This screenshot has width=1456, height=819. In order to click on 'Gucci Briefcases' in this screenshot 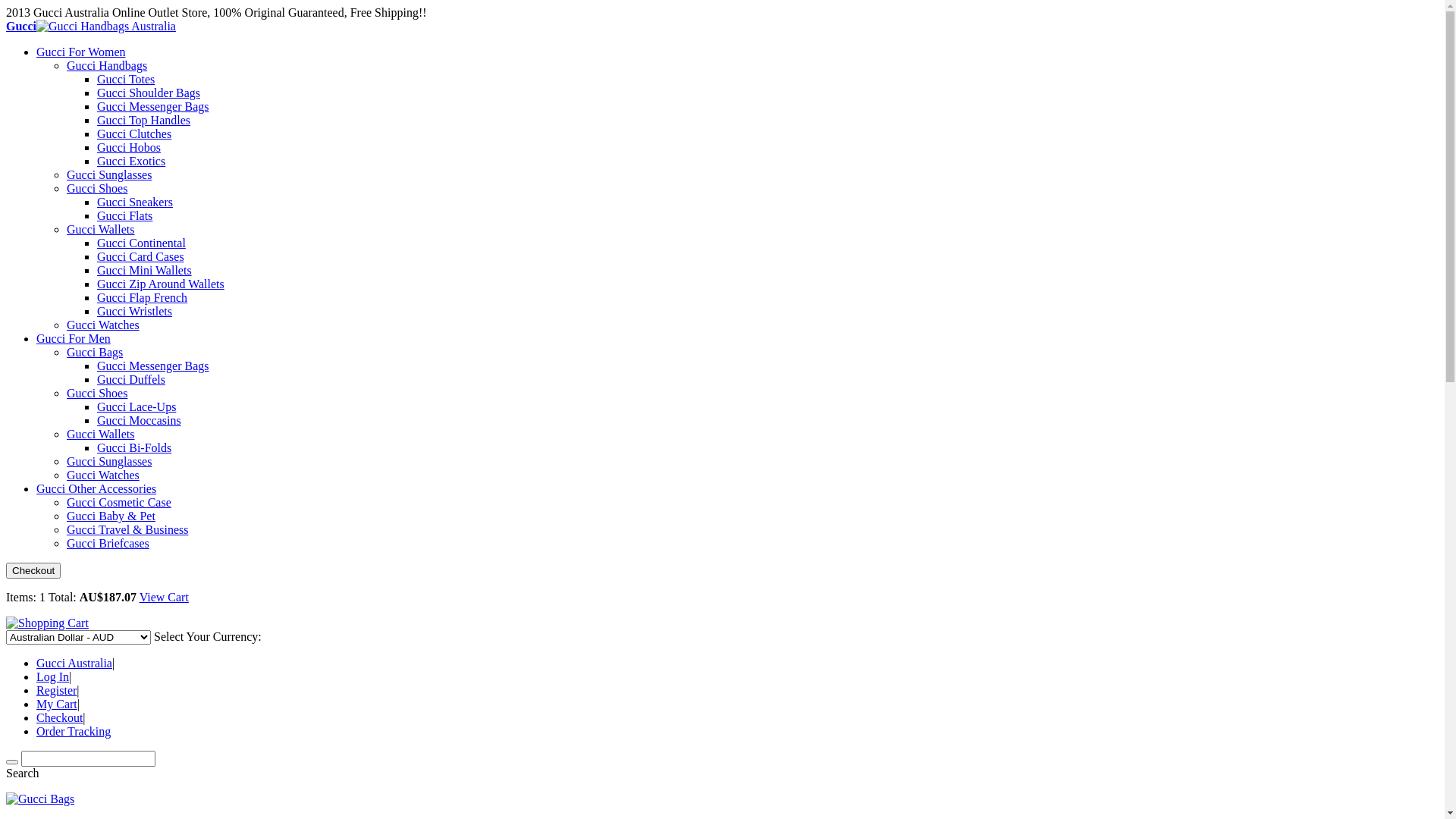, I will do `click(107, 542)`.